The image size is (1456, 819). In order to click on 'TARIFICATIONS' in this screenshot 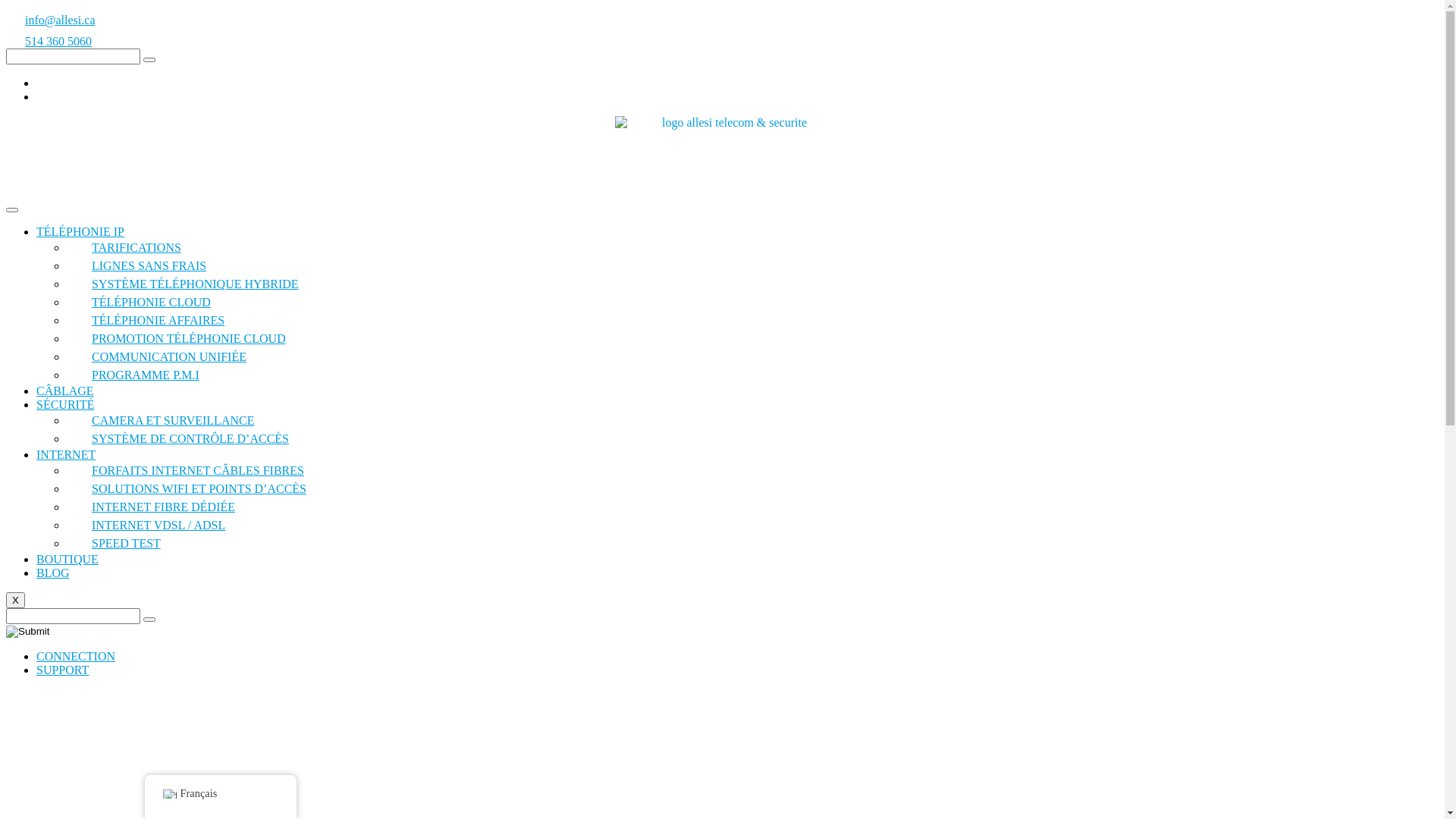, I will do `click(144, 246)`.